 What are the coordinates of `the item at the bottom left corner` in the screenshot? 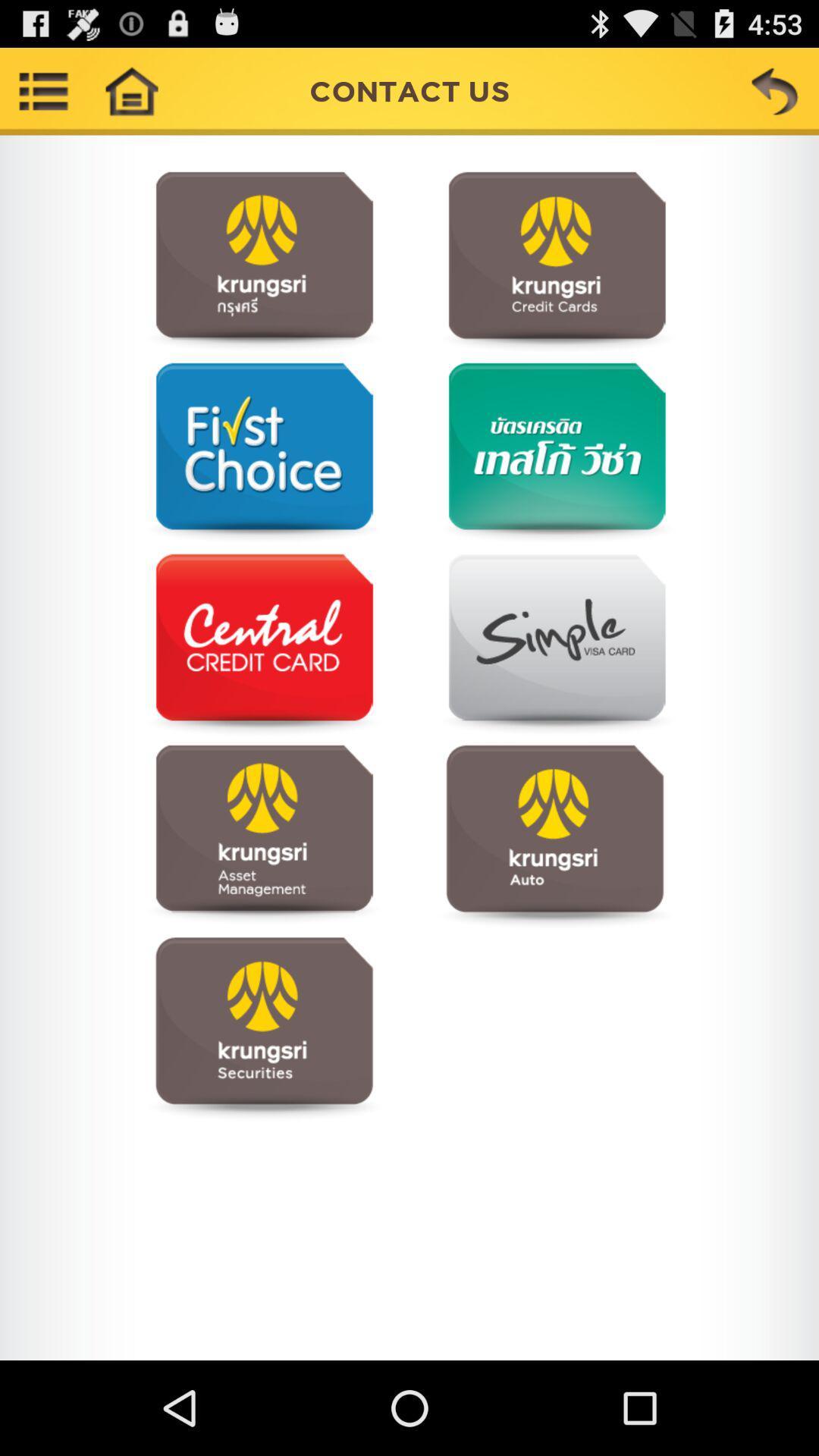 It's located at (263, 1027).